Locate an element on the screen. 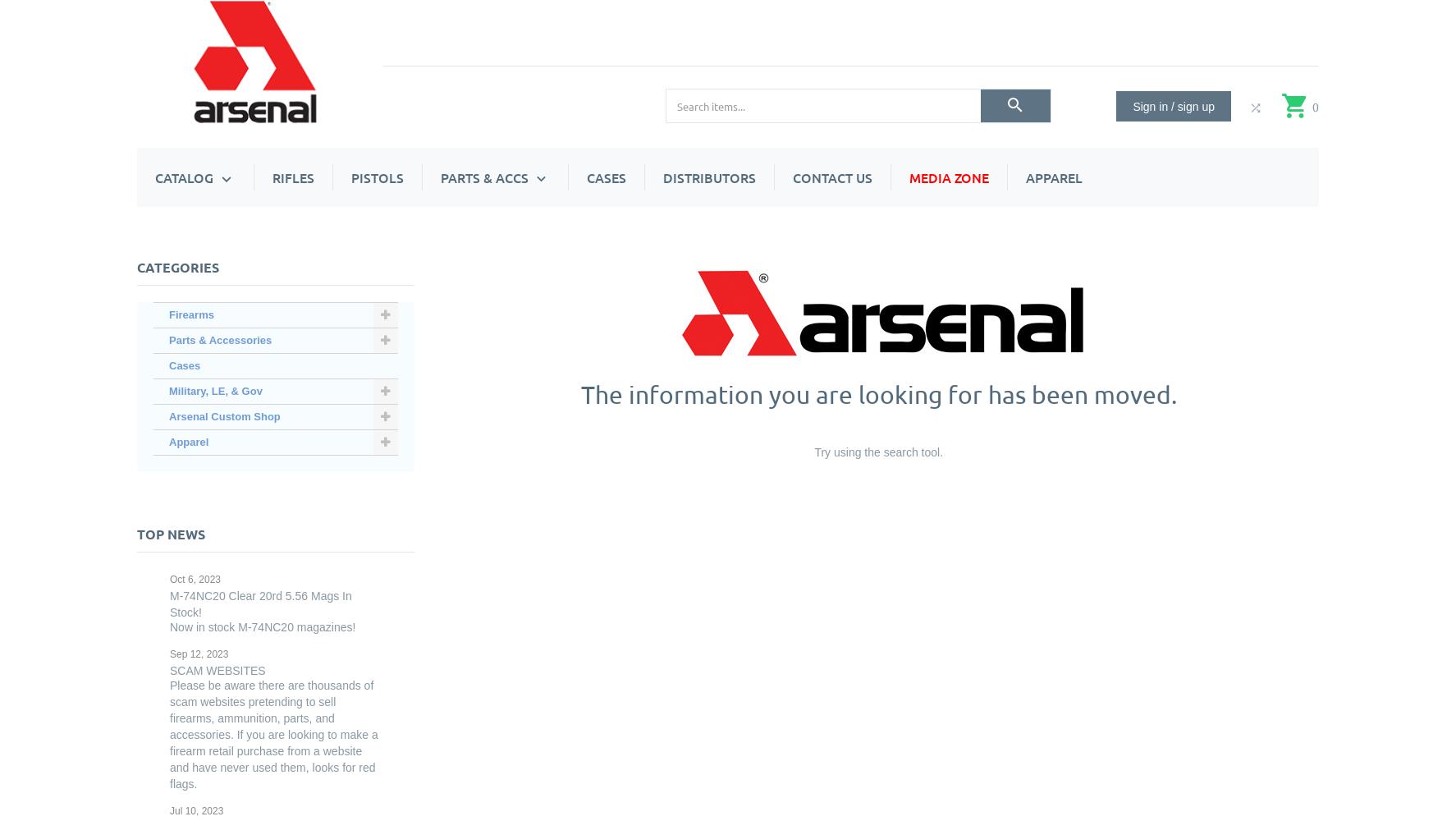 The width and height of the screenshot is (1456, 821). 'Optic Mounts & Rails' is located at coordinates (386, 594).